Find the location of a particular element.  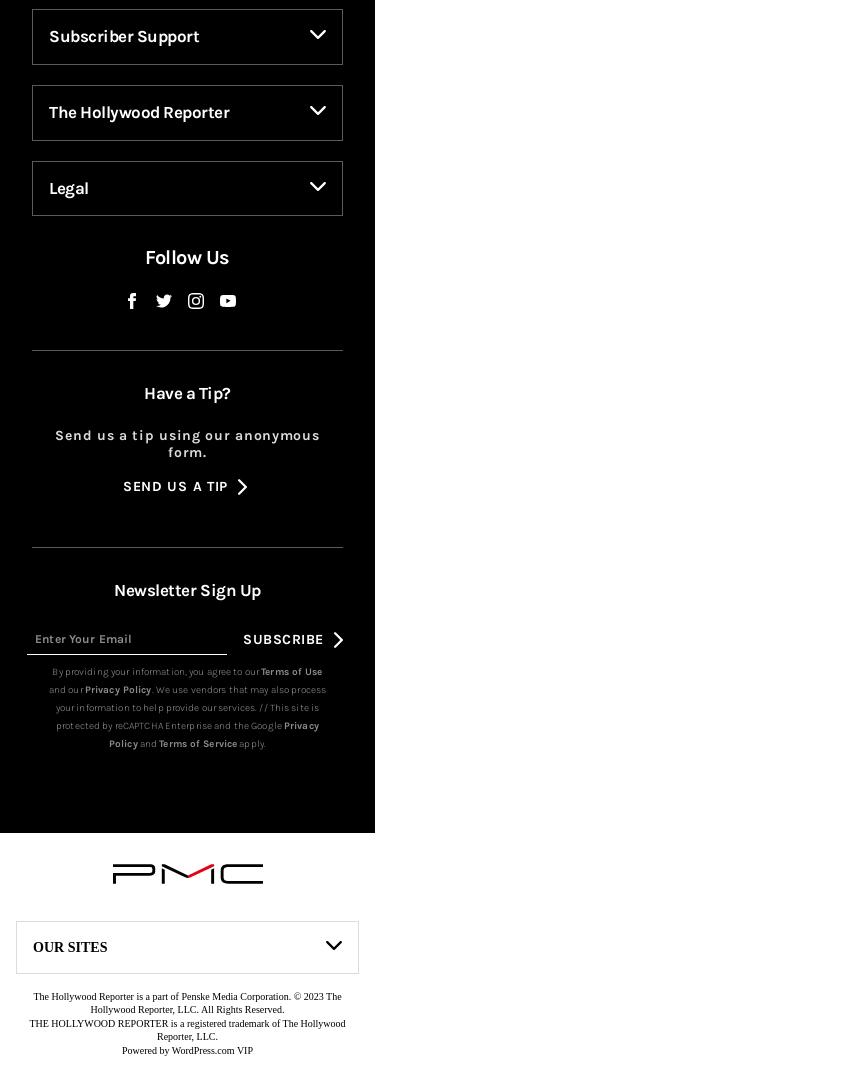

'Subscribe' is located at coordinates (282, 671).